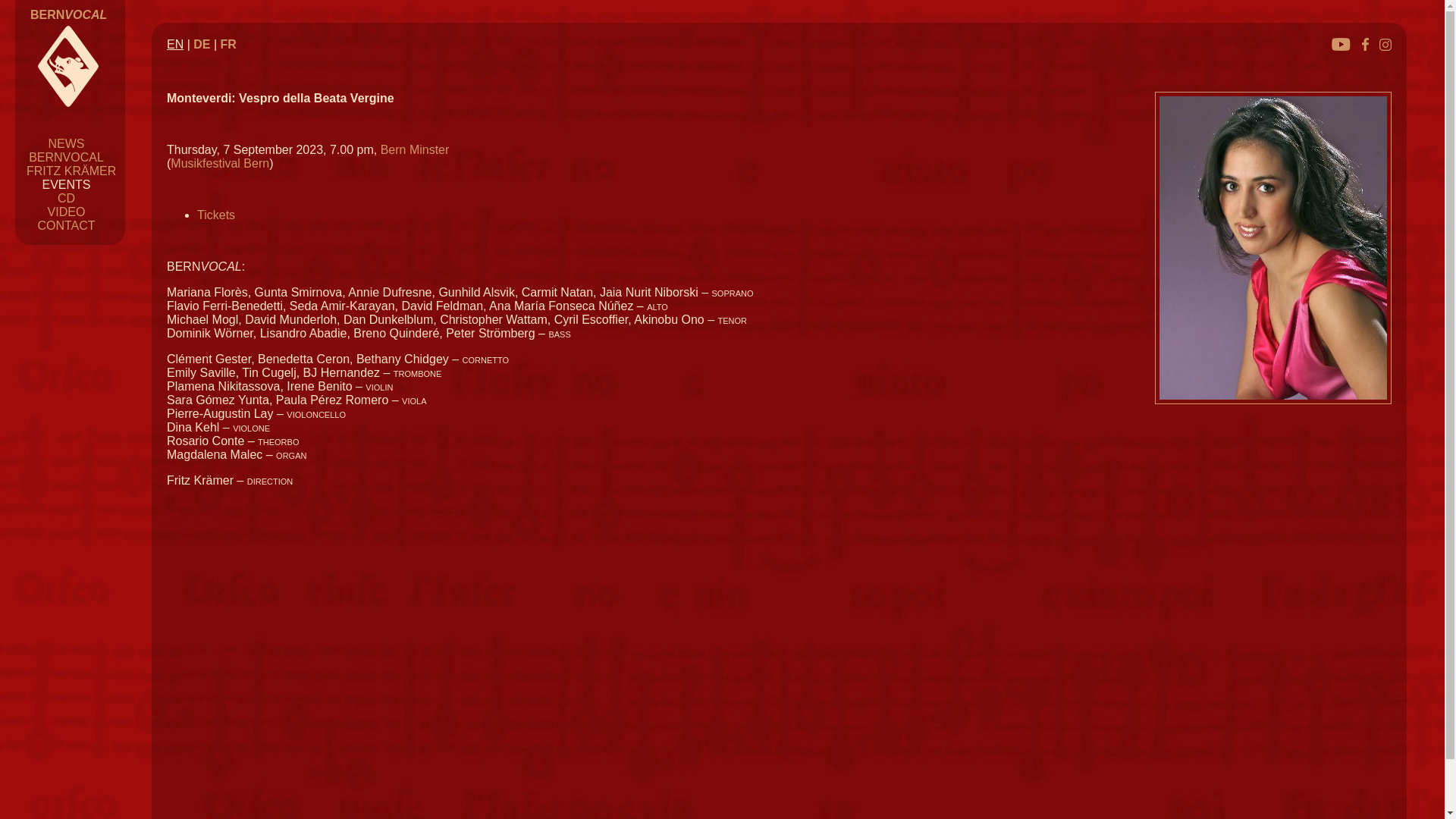 The image size is (1456, 819). What do you see at coordinates (65, 143) in the screenshot?
I see `'NEWS'` at bounding box center [65, 143].